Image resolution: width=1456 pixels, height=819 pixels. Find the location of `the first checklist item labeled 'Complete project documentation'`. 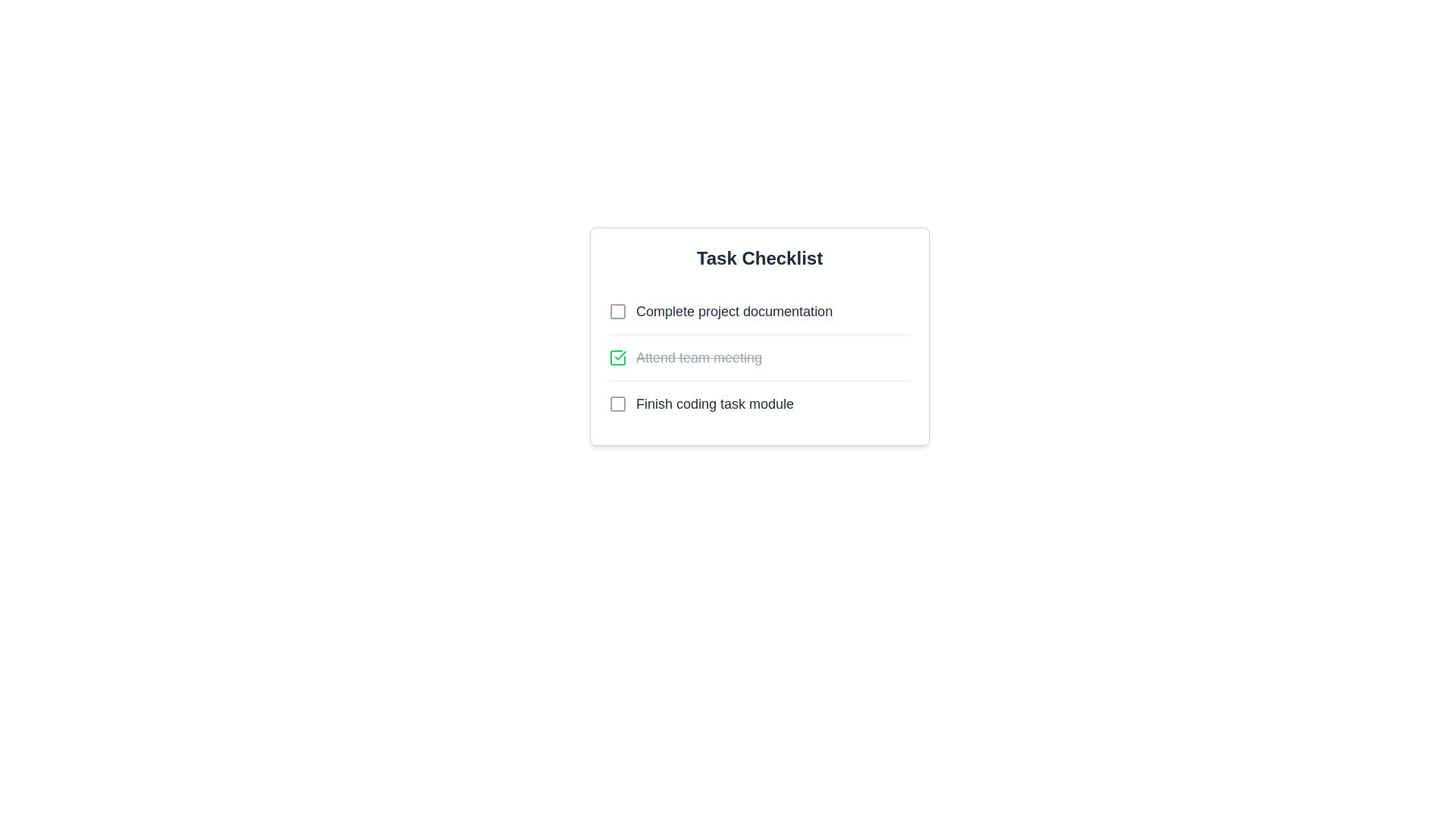

the first checklist item labeled 'Complete project documentation' is located at coordinates (720, 311).